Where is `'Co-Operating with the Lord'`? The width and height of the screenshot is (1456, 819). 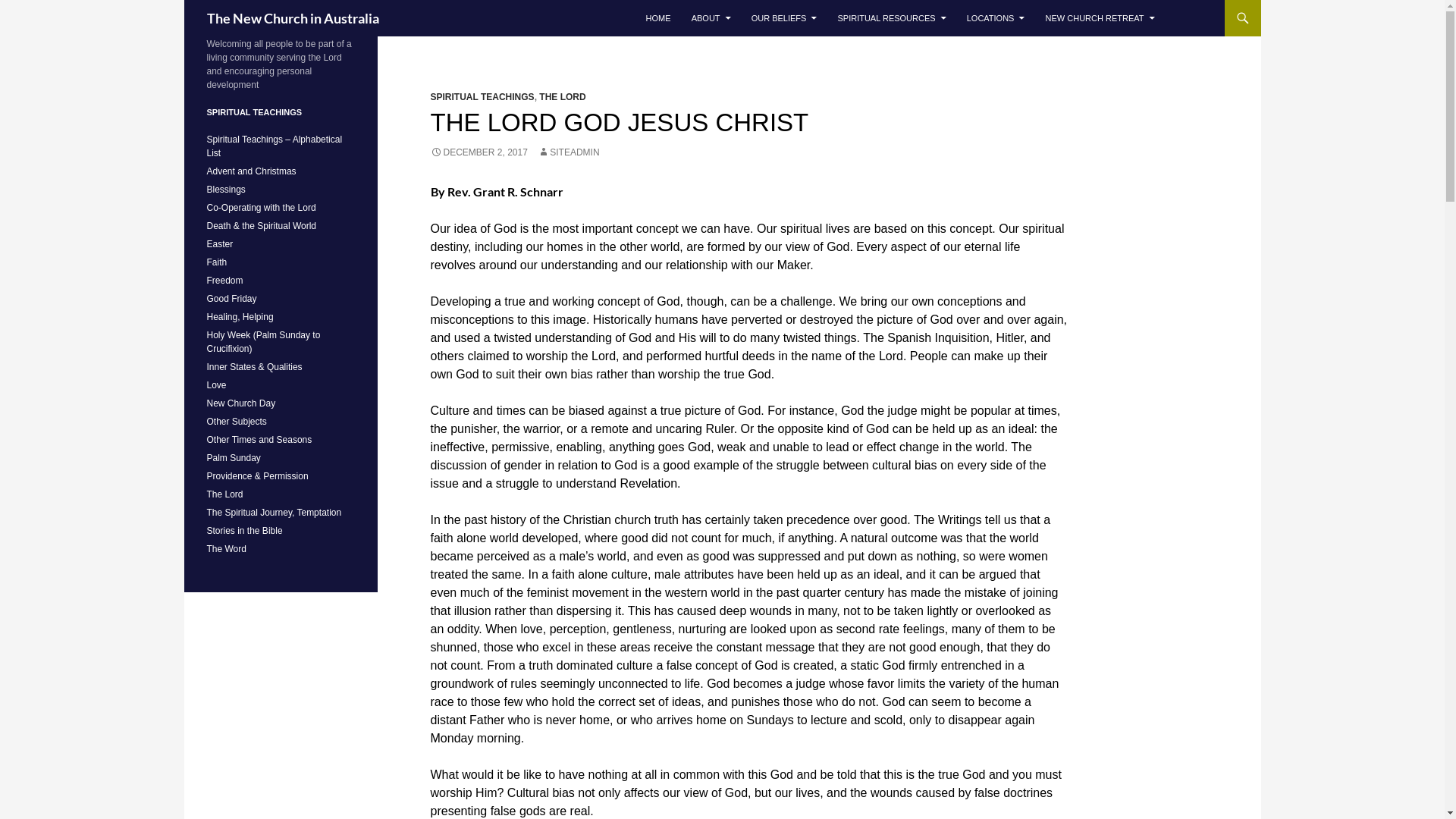 'Co-Operating with the Lord' is located at coordinates (261, 207).